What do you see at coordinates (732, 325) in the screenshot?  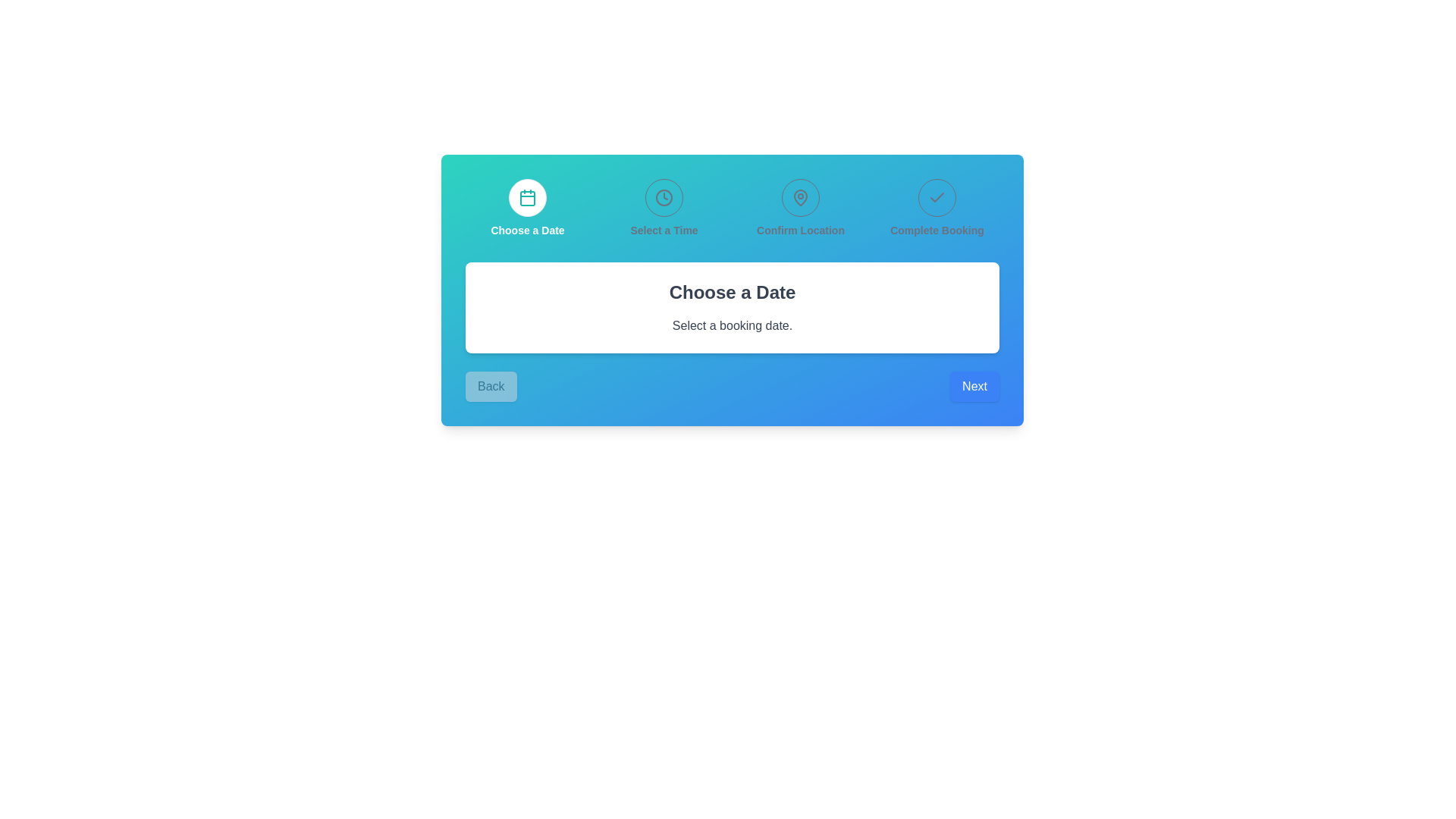 I see `text label that says 'Select a booking date.' which is located below the title 'Choose a Date.' in a white rectangular card area on a blue gradient background` at bounding box center [732, 325].